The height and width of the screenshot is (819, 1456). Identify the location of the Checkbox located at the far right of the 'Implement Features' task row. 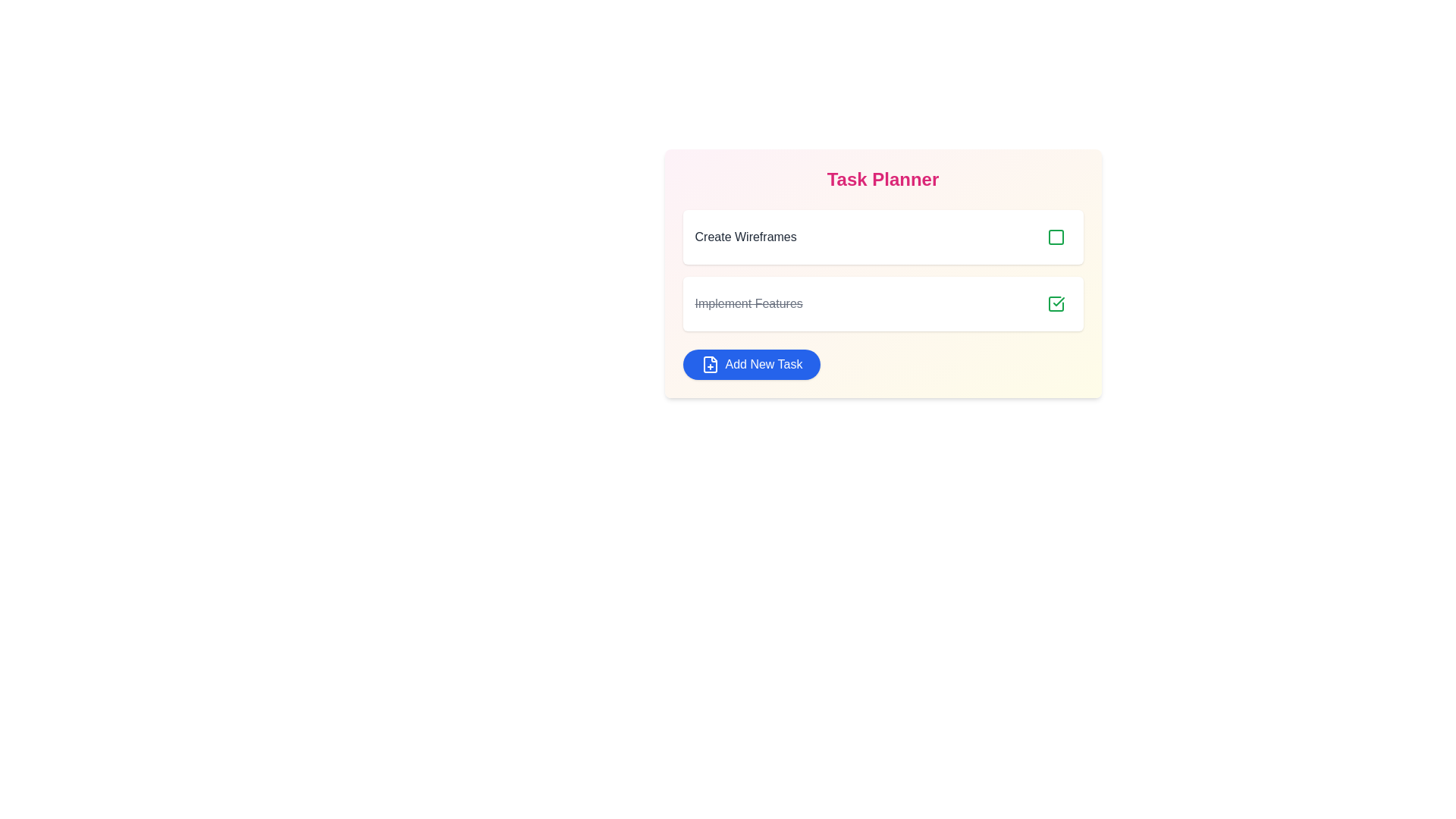
(1055, 304).